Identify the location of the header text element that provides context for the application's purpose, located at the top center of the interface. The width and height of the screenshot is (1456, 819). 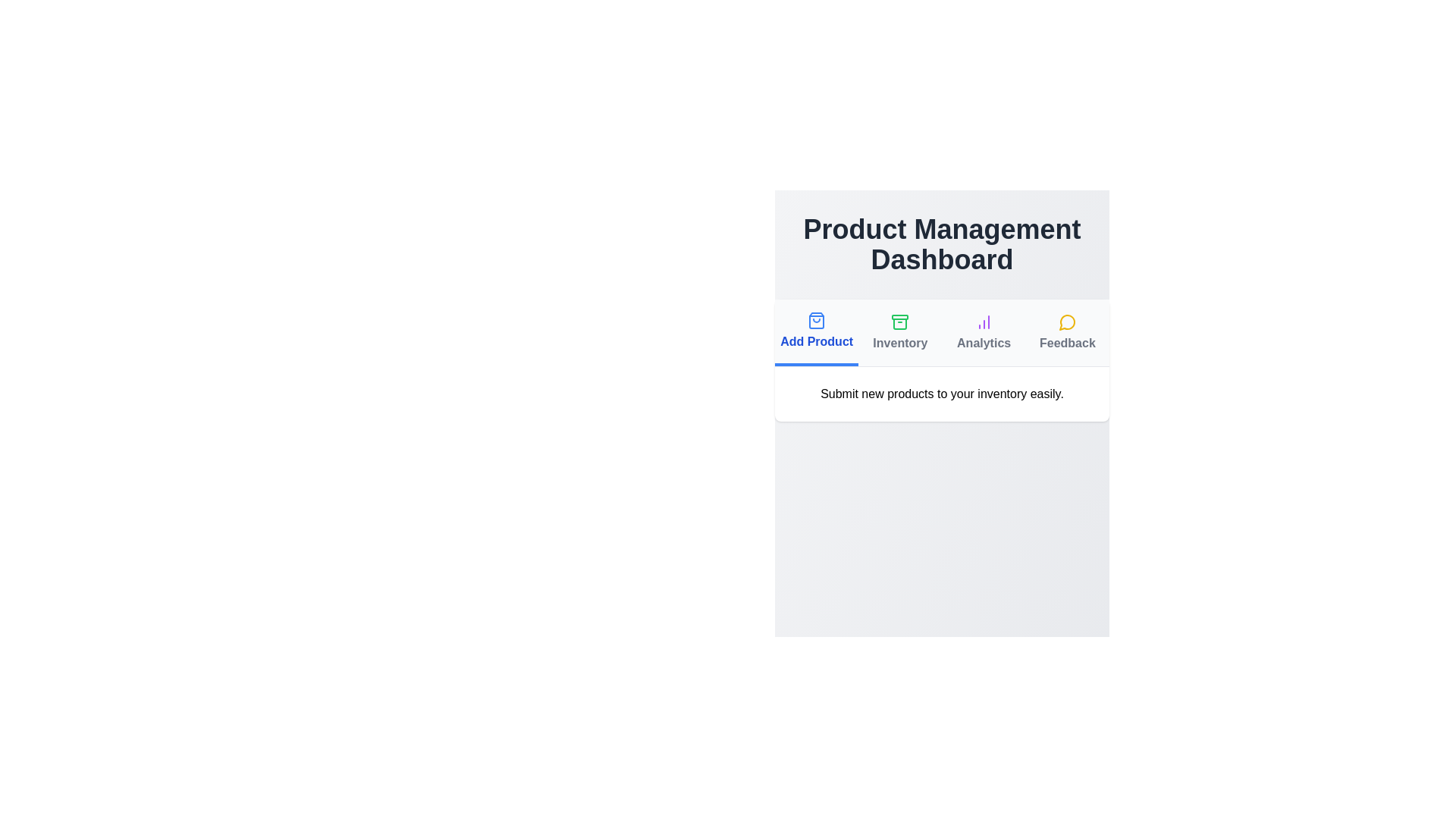
(941, 244).